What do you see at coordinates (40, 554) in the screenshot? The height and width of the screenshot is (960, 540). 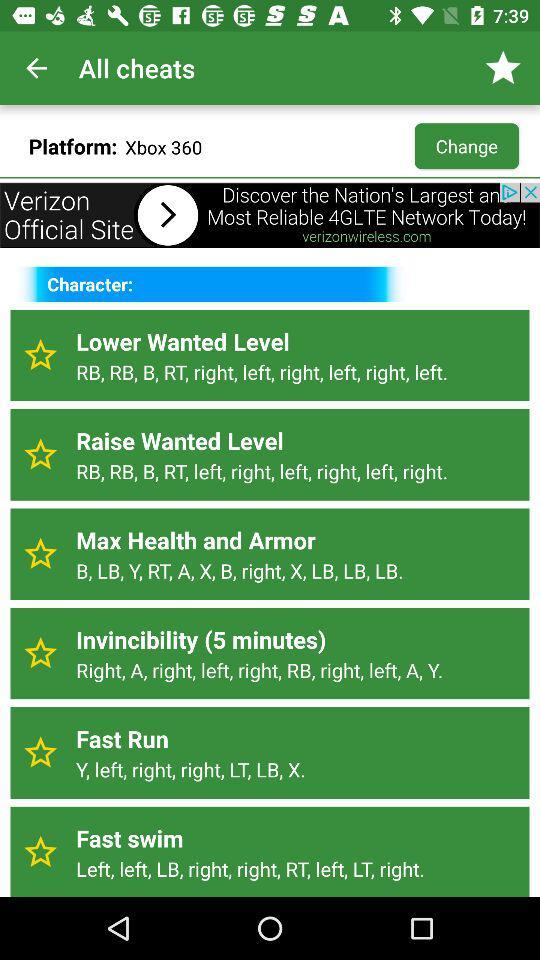 I see `favorite character` at bounding box center [40, 554].